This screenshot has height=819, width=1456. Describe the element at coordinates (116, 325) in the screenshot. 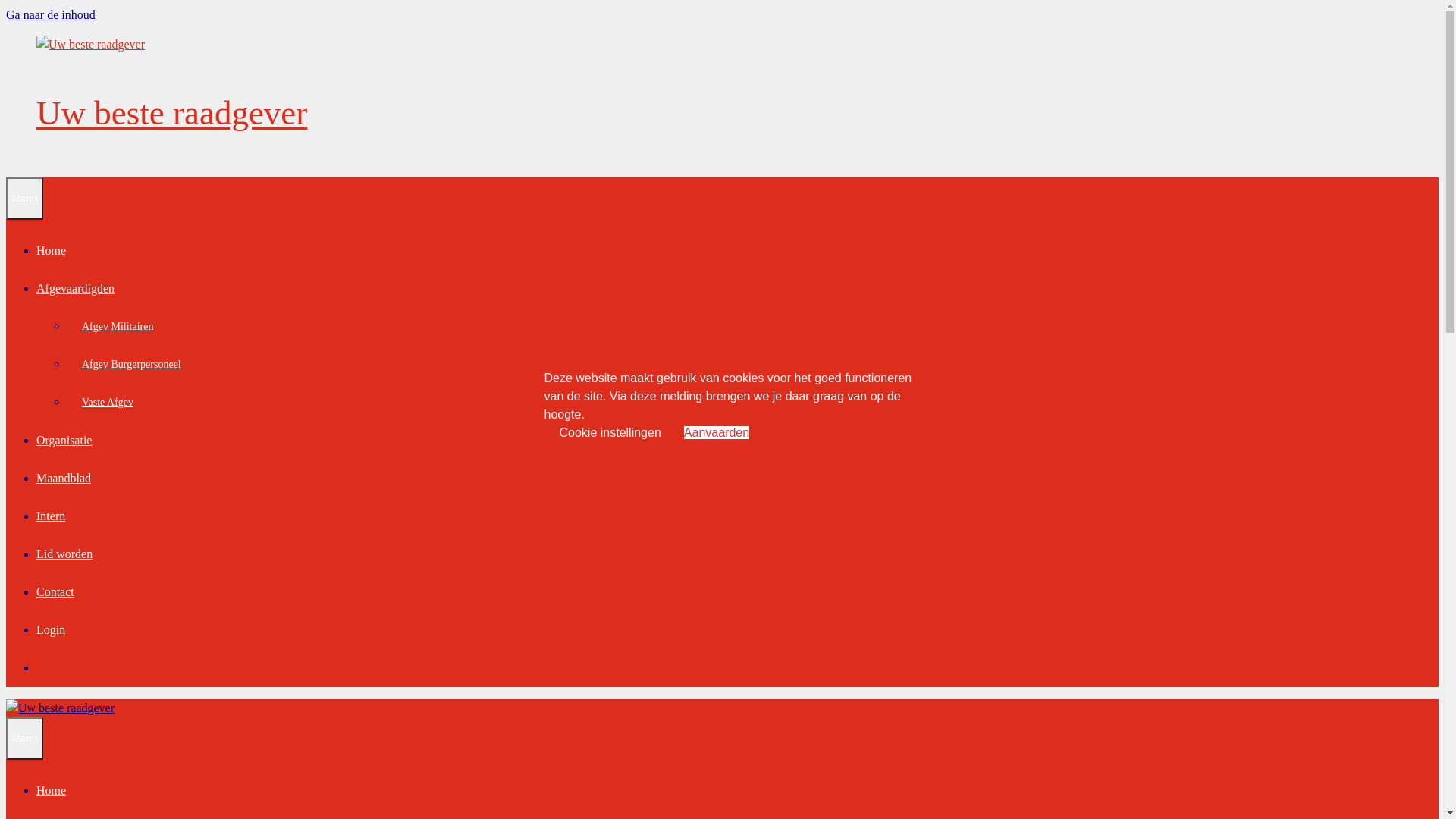

I see `'Afgev Militairen'` at that location.